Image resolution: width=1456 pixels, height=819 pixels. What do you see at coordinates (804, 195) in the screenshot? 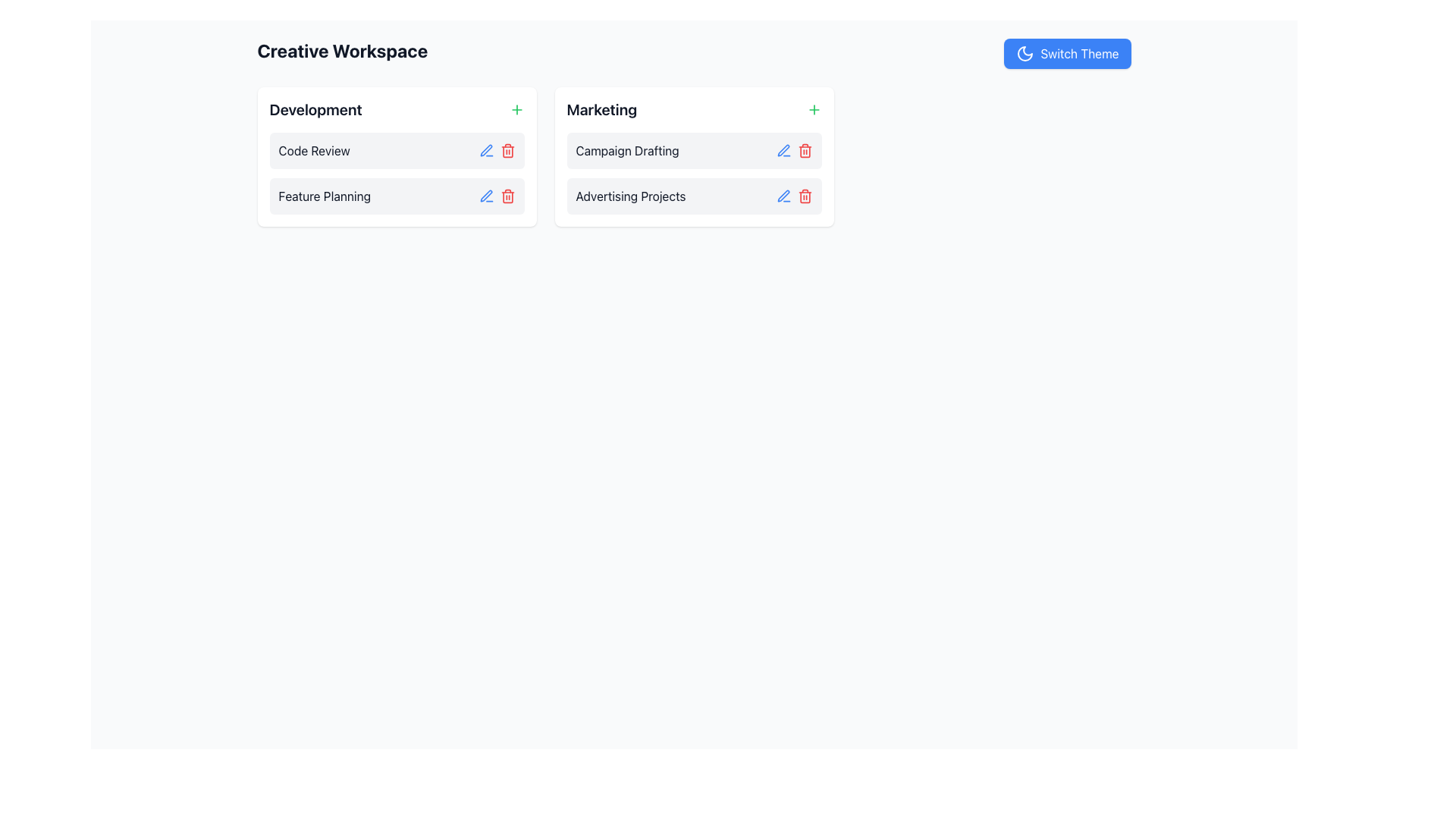
I see `the small red trash can icon located adjacent to the 'Advertising Projects' text in the 'Marketing' section` at bounding box center [804, 195].